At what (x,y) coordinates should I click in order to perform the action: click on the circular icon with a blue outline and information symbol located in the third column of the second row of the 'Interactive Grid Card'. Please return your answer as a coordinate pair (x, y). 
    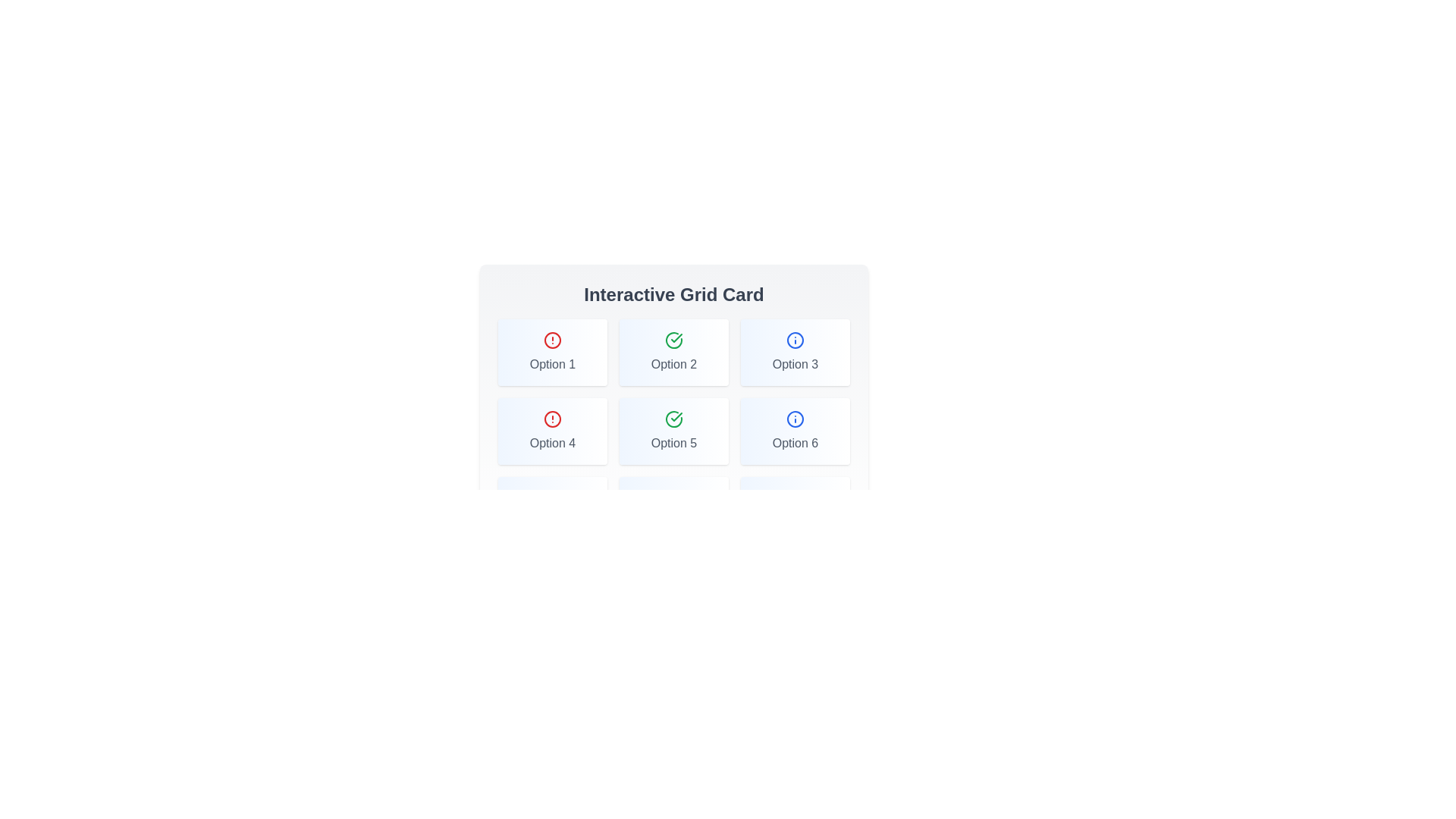
    Looking at the image, I should click on (795, 419).